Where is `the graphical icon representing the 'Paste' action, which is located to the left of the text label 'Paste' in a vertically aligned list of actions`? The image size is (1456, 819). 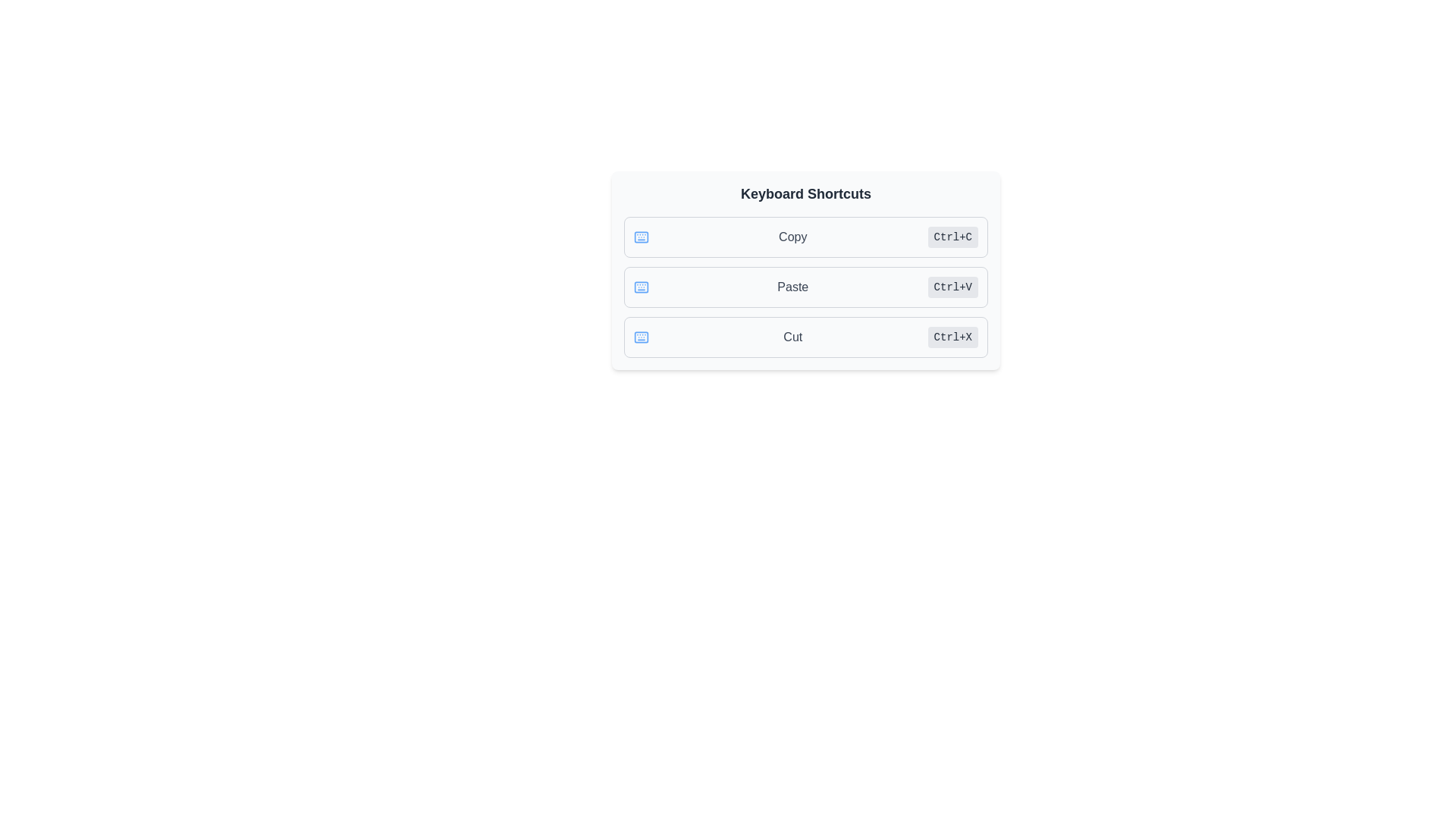 the graphical icon representing the 'Paste' action, which is located to the left of the text label 'Paste' in a vertically aligned list of actions is located at coordinates (641, 287).